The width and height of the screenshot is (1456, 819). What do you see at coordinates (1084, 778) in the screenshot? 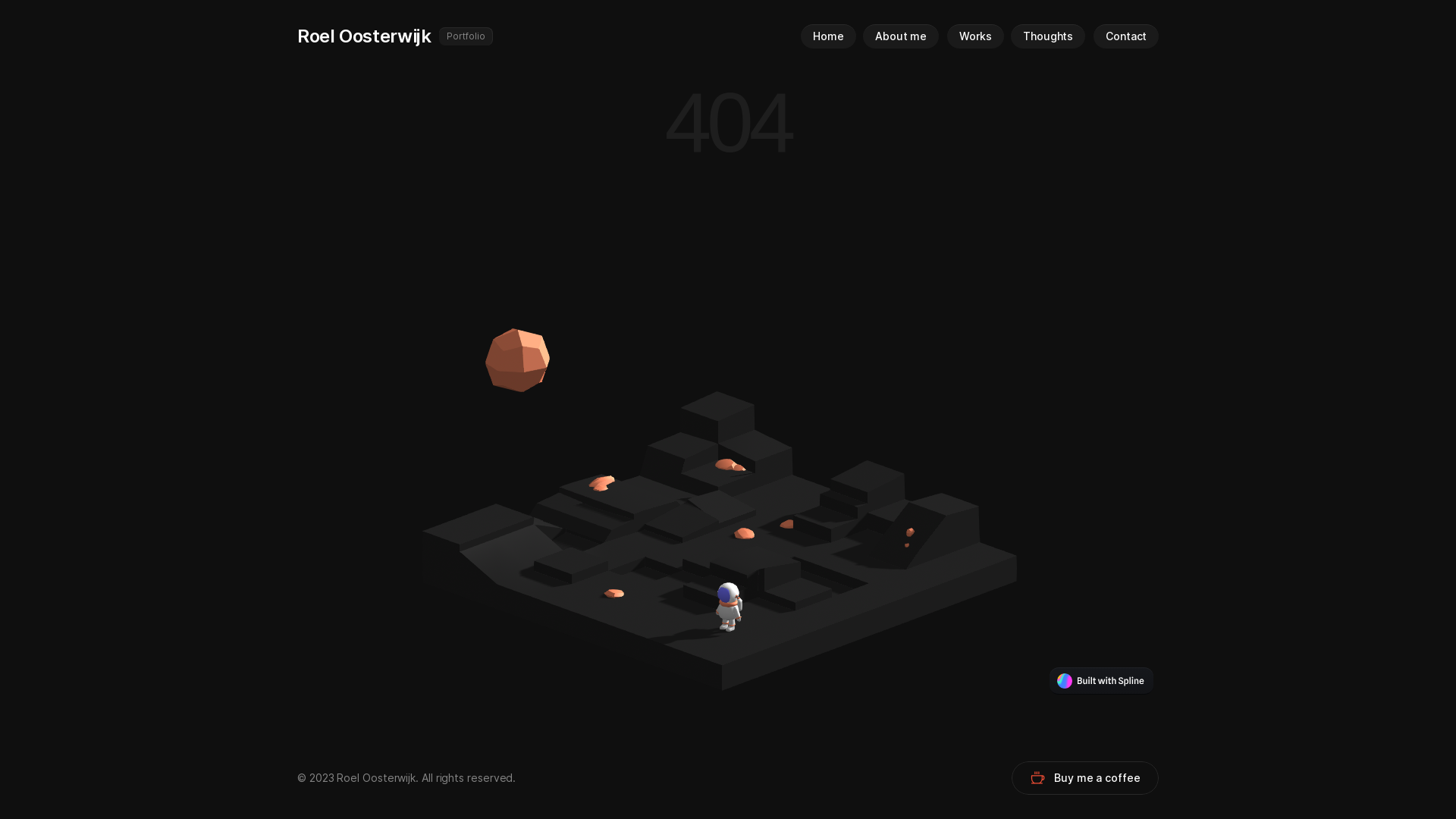
I see `'Buy me a coffee'` at bounding box center [1084, 778].